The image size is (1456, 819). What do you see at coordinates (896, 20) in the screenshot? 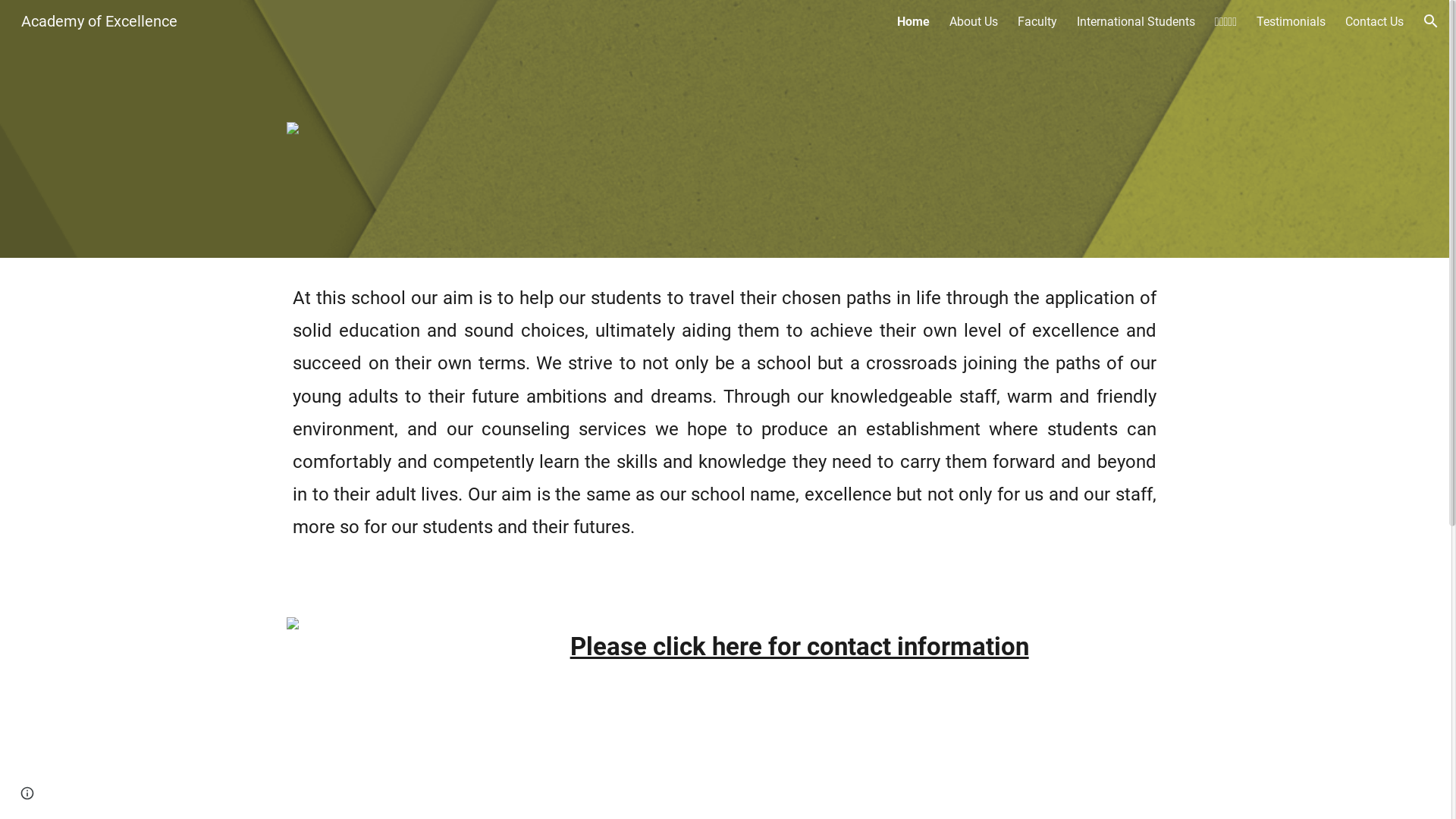
I see `'Home'` at bounding box center [896, 20].